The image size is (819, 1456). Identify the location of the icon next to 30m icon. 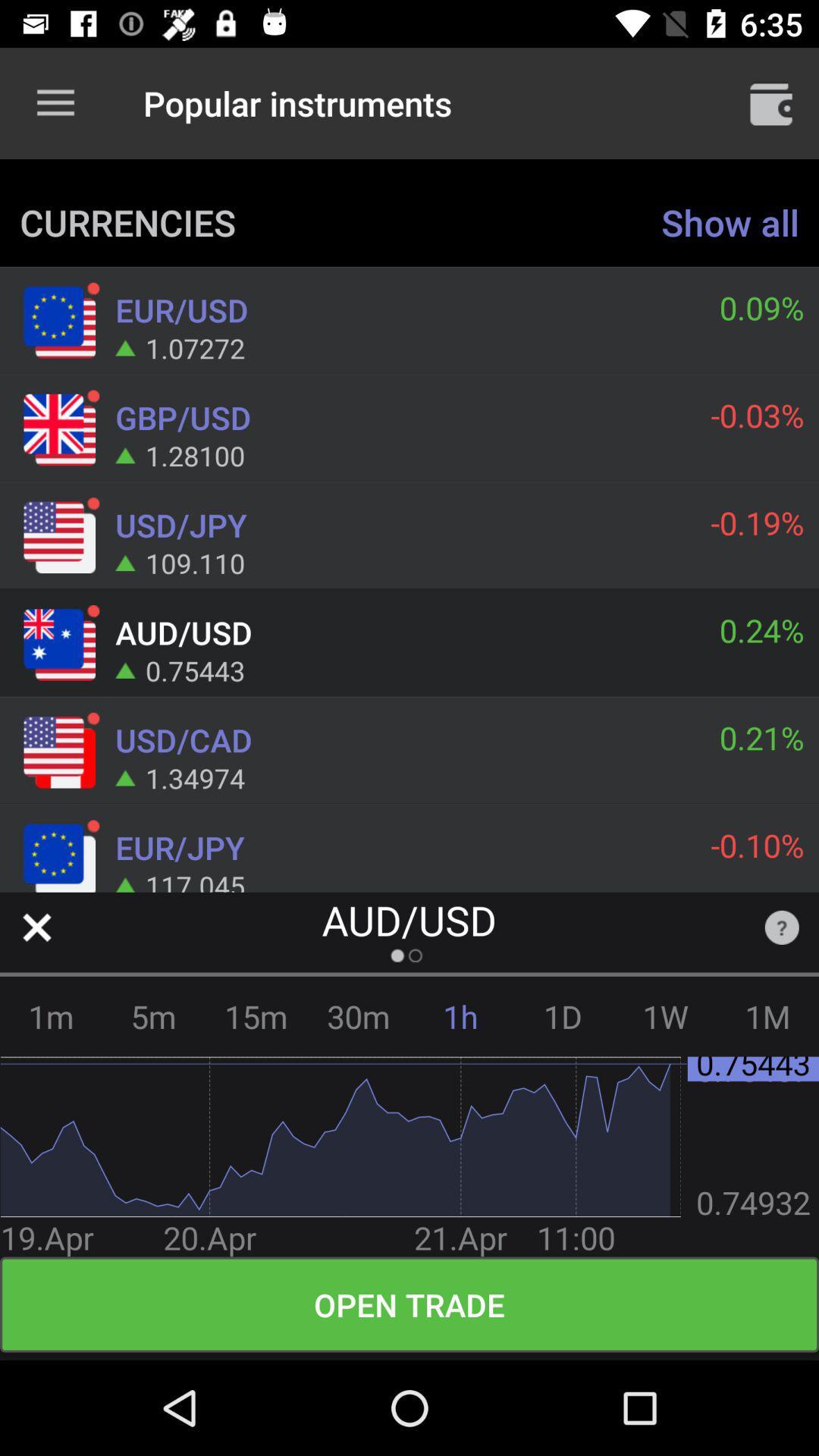
(255, 1016).